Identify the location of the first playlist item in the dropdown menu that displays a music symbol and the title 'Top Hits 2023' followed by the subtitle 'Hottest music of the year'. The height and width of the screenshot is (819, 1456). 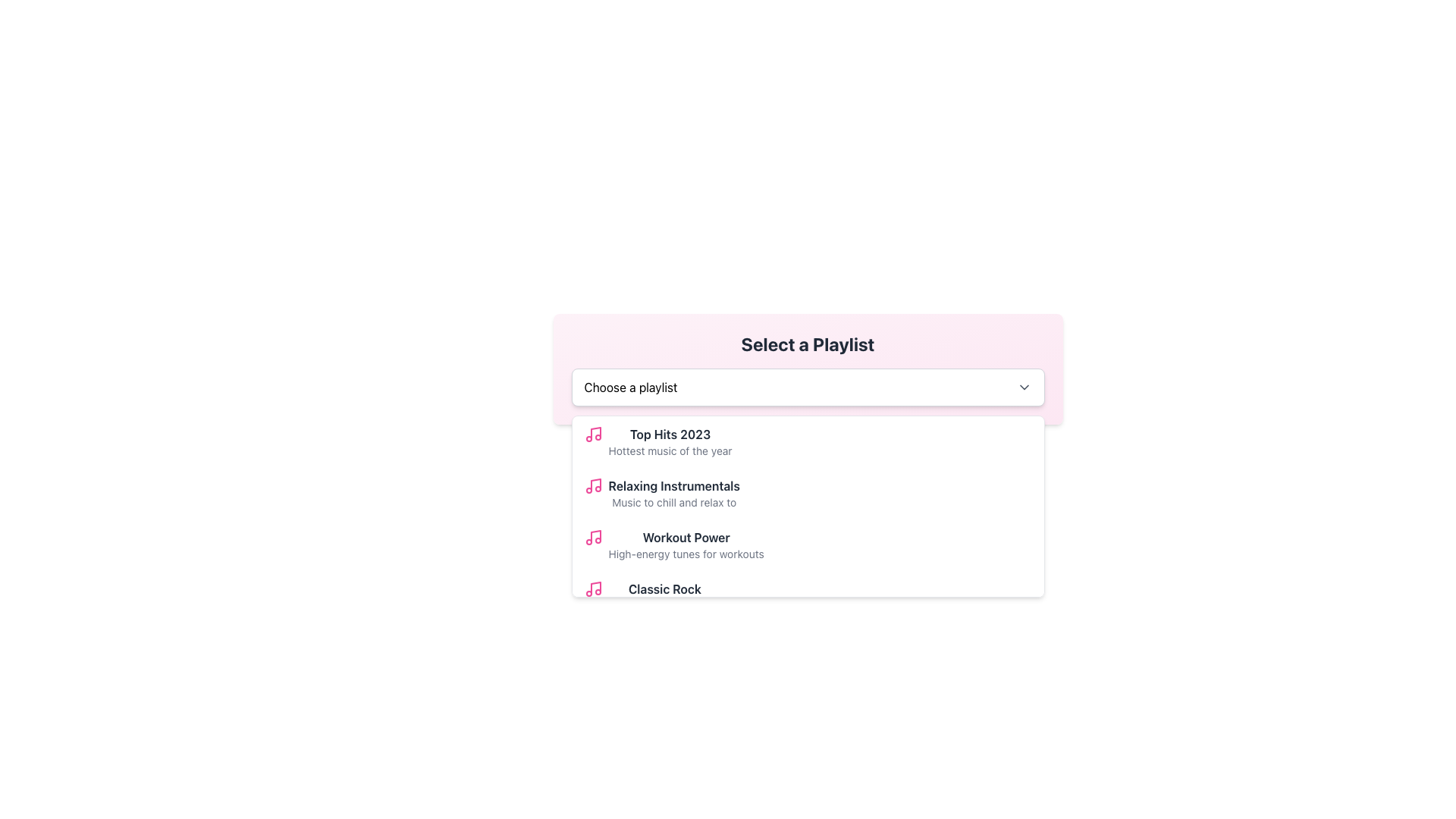
(807, 441).